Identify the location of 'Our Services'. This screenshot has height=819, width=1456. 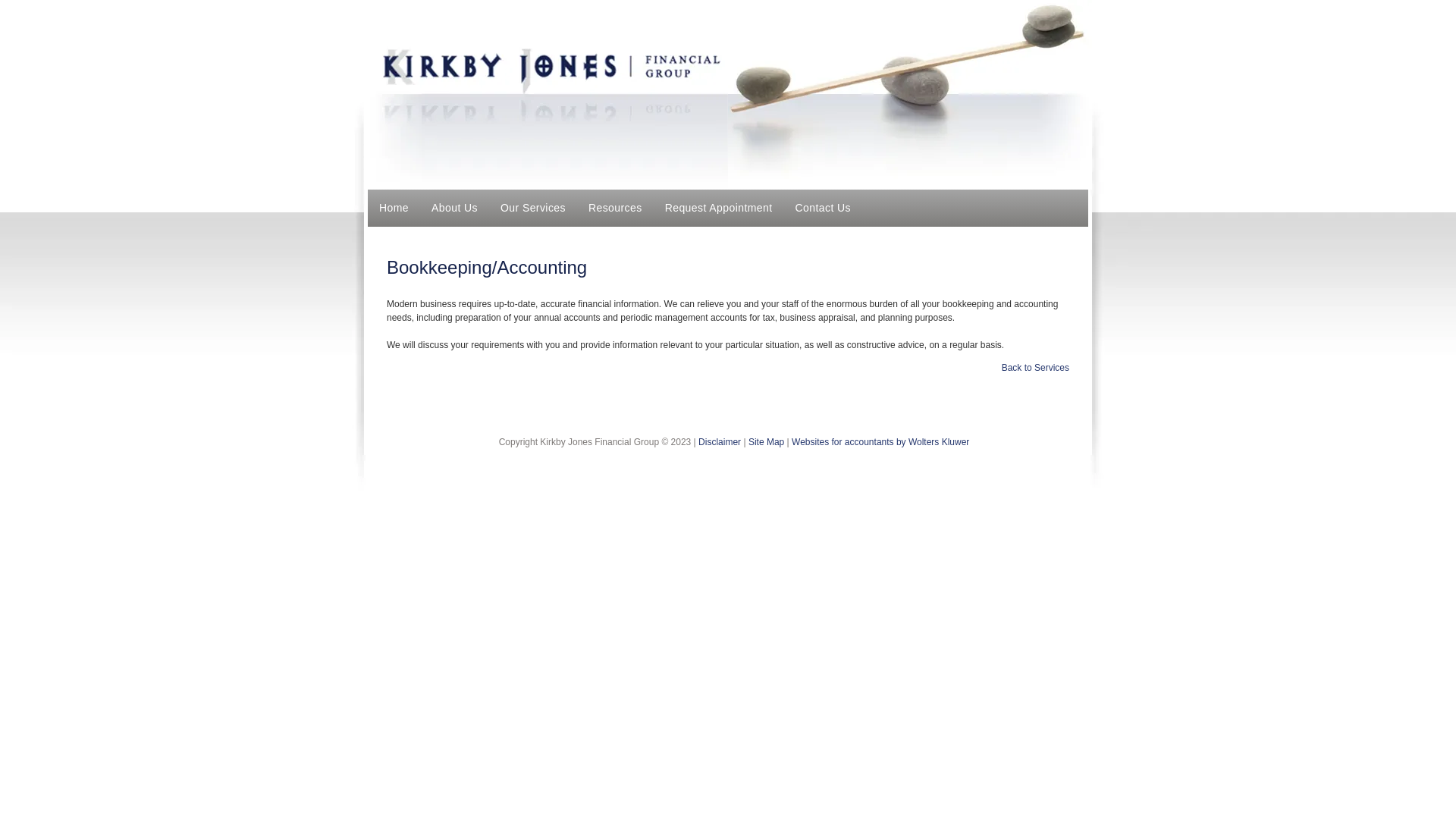
(532, 208).